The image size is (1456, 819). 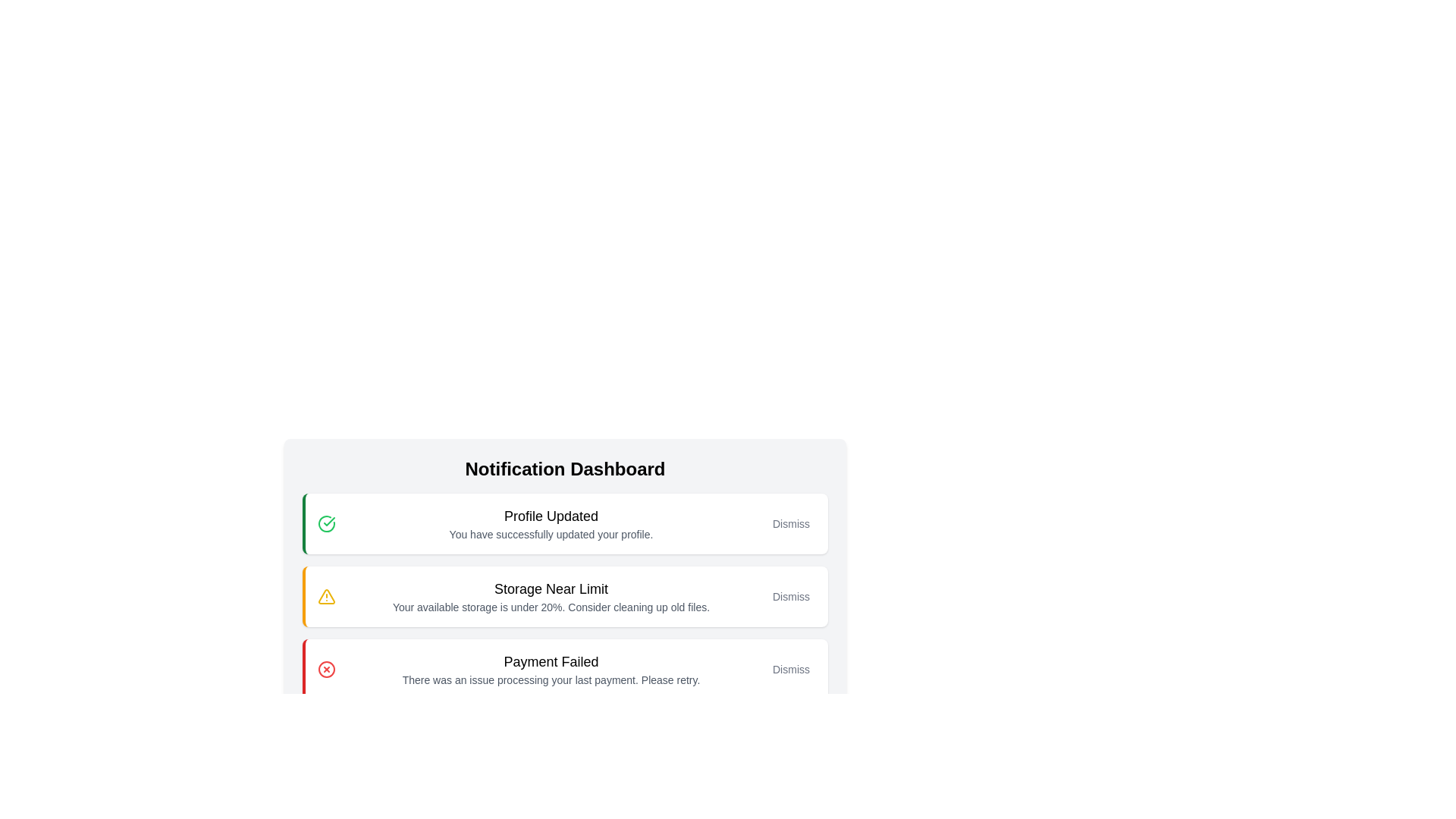 I want to click on text label that displays 'You have successfully updated your profile.' located in the Notification Dashboard under the 'Profile Updated' header, so click(x=550, y=534).